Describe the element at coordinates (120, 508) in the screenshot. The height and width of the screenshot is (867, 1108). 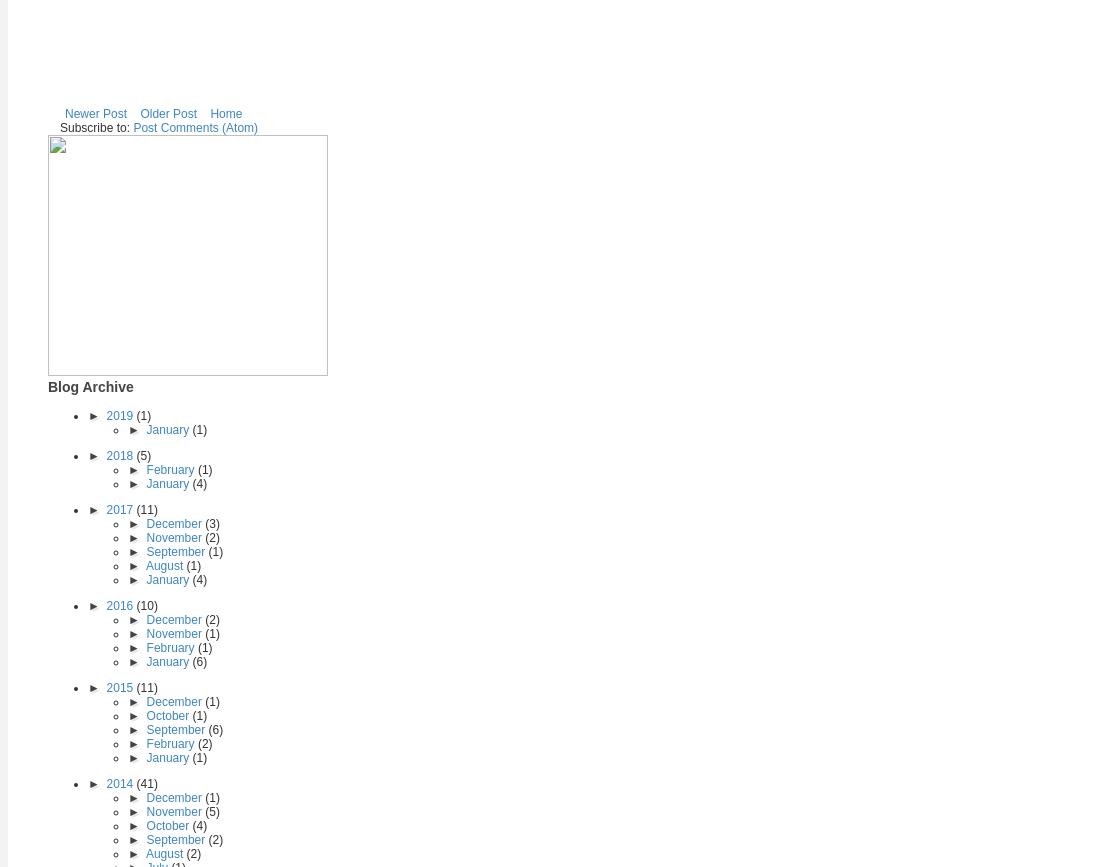
I see `'2017'` at that location.